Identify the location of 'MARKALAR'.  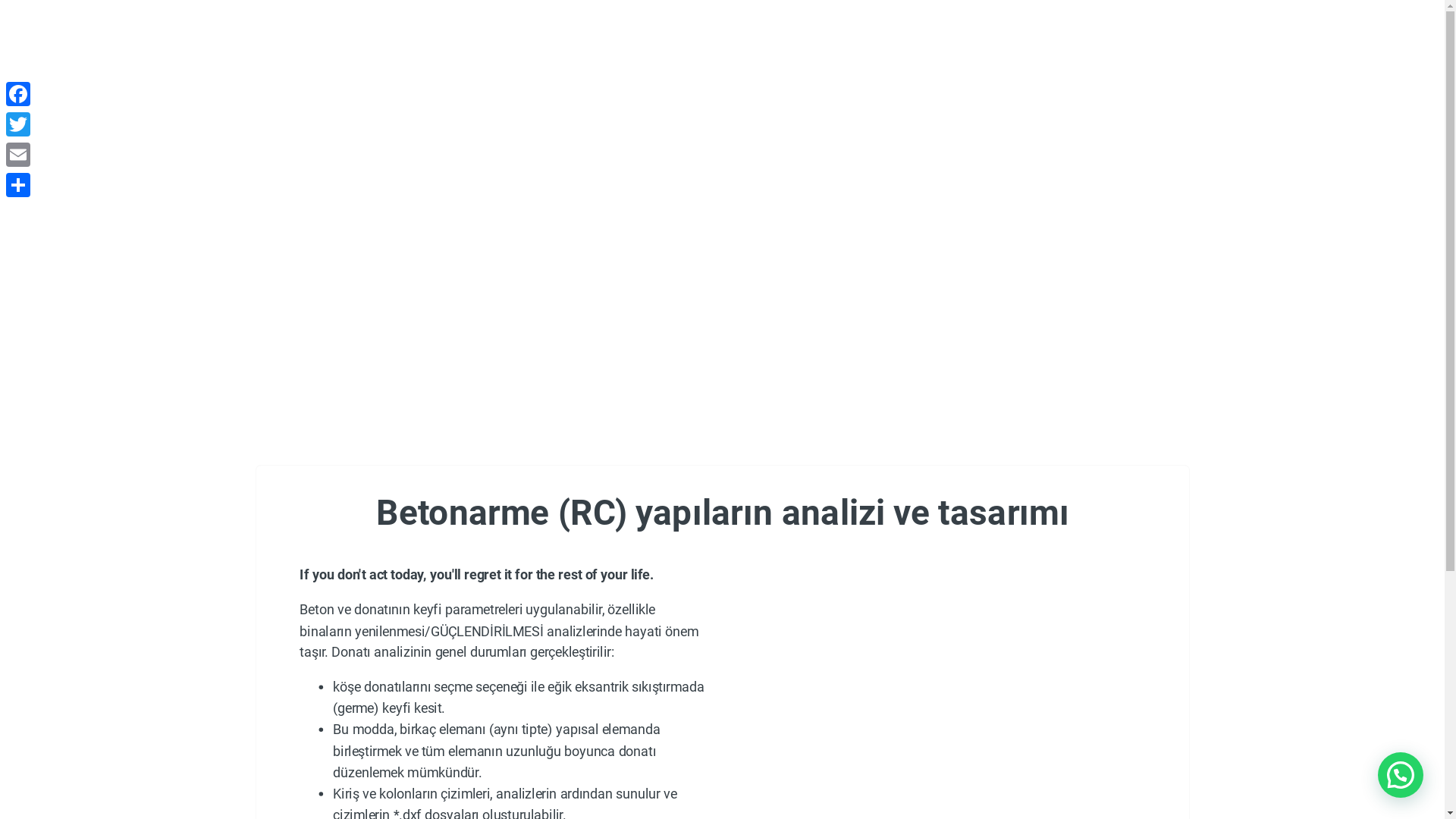
(686, 61).